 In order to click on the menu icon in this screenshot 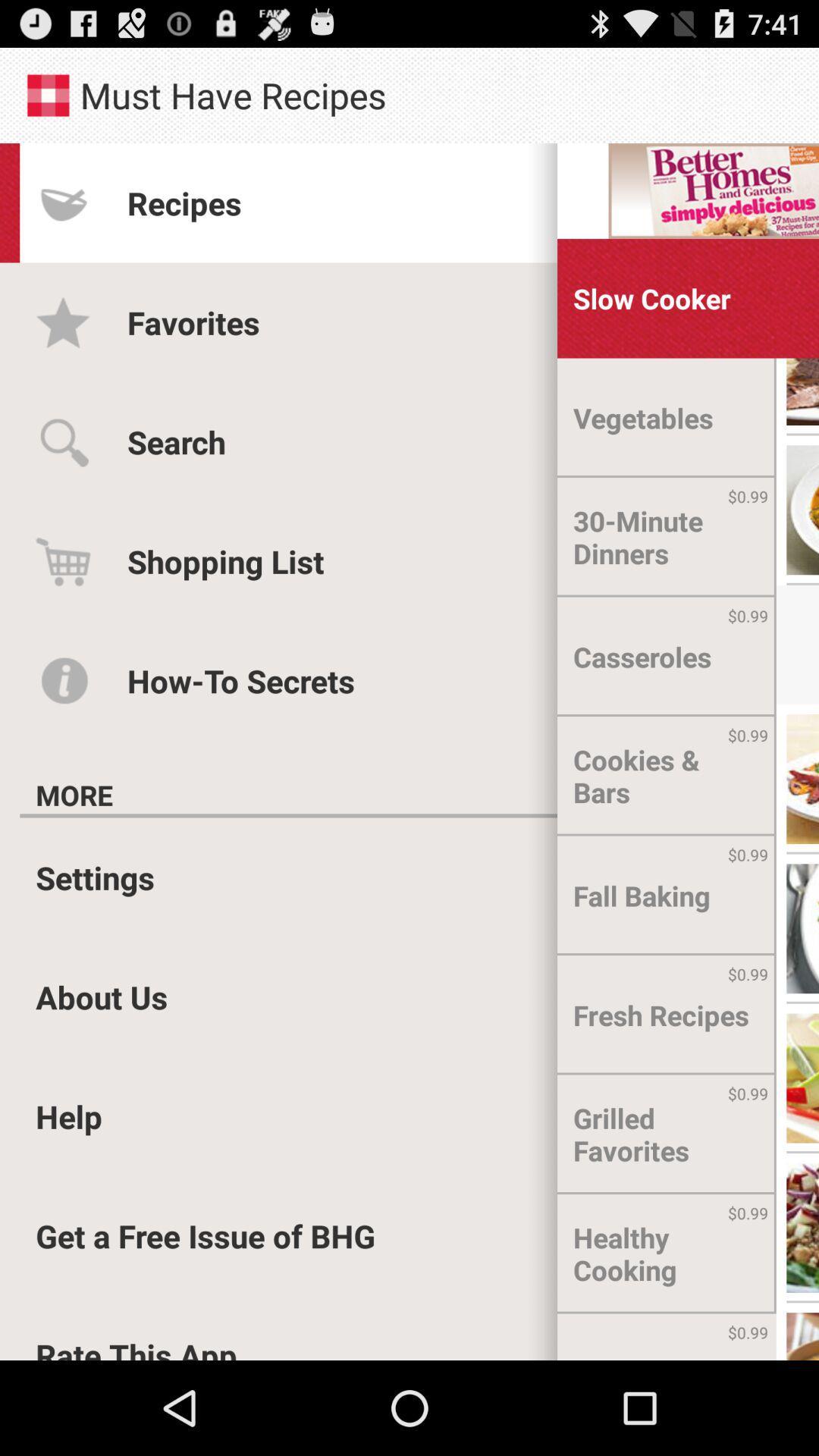, I will do `click(796, 833)`.